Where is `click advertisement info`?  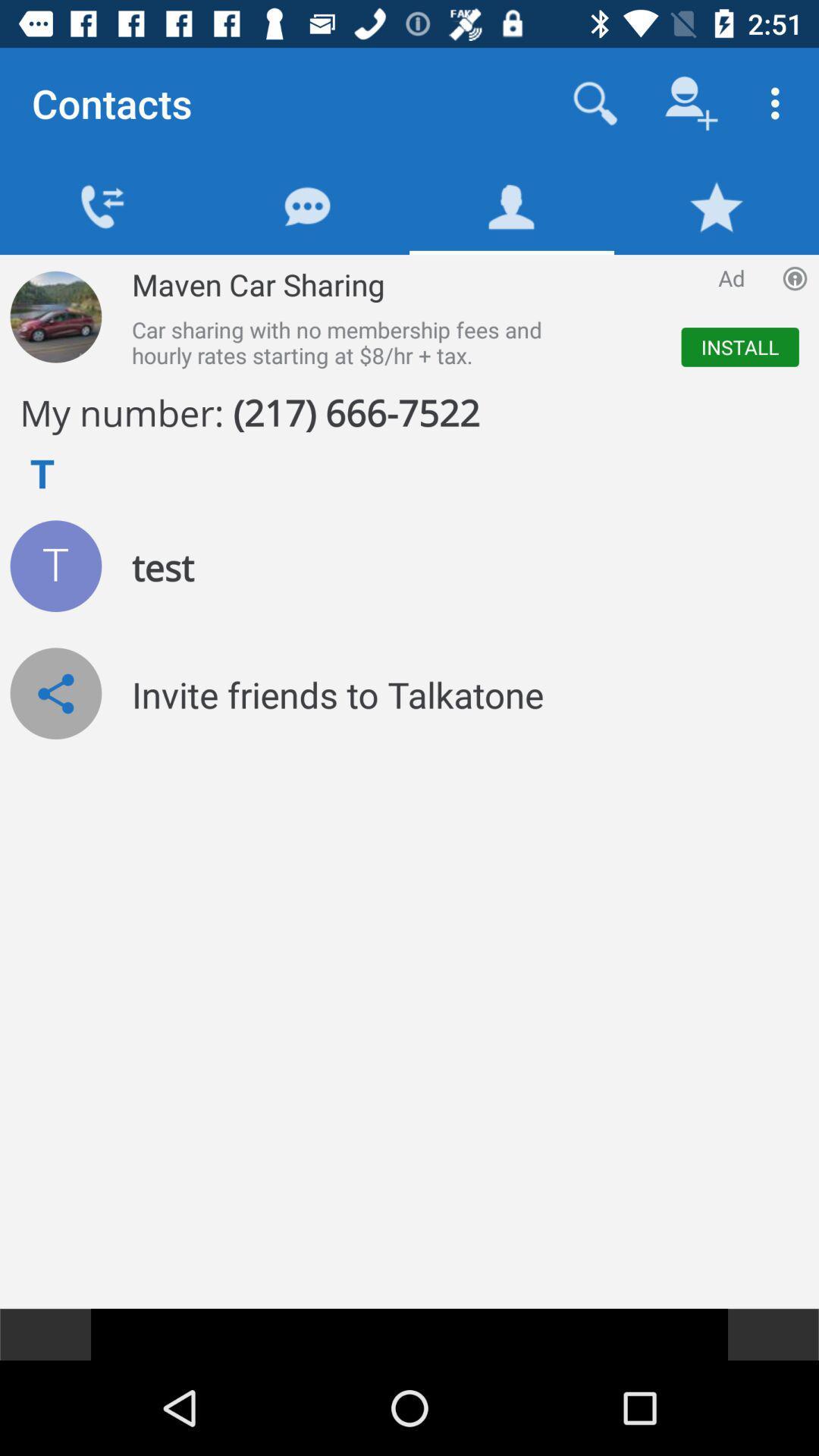 click advertisement info is located at coordinates (794, 278).